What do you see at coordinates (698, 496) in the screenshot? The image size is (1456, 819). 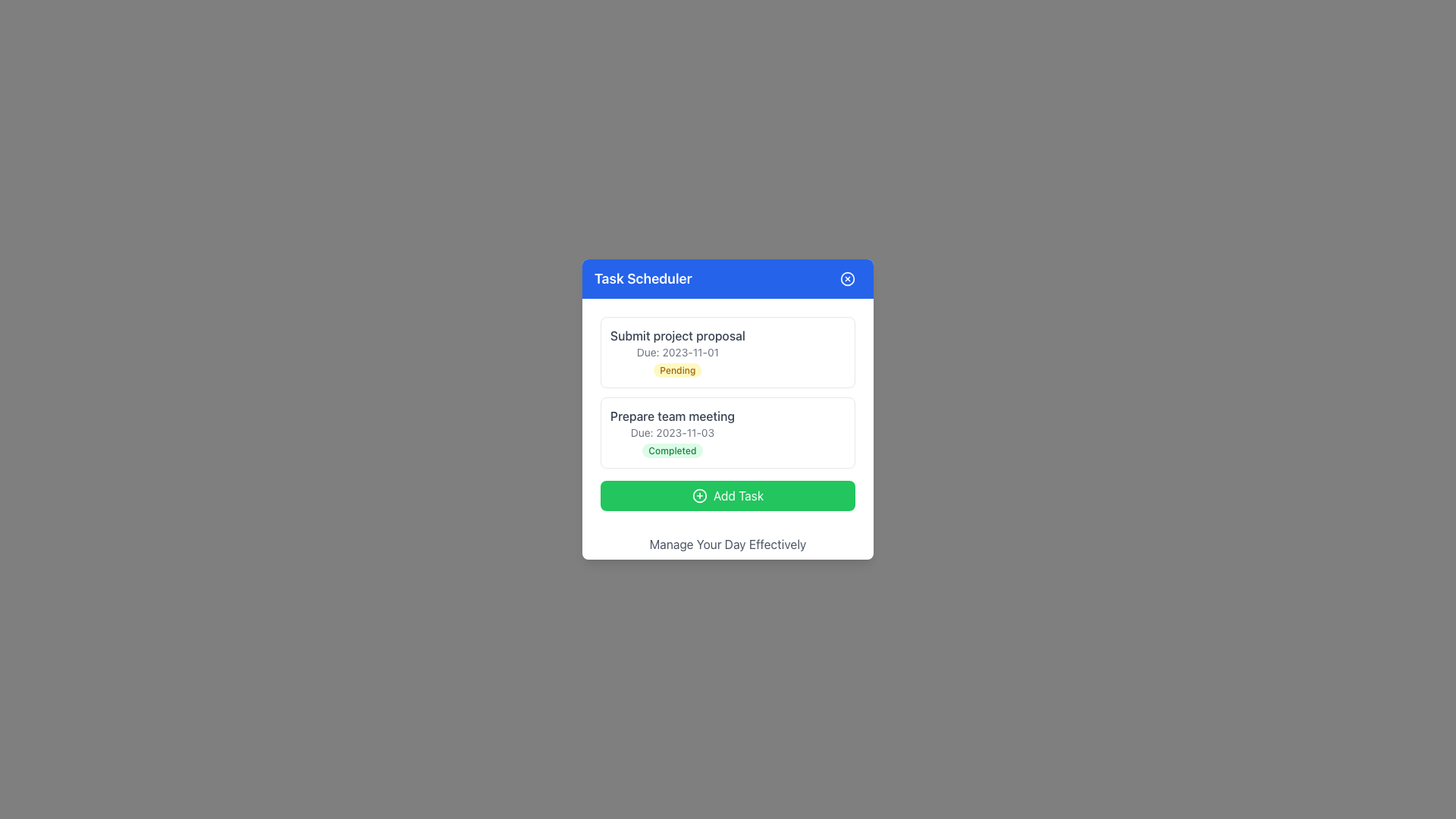 I see `the circular icon with a plus sign located in the center of the green 'Add Task' button at the bottom of the task management interface` at bounding box center [698, 496].